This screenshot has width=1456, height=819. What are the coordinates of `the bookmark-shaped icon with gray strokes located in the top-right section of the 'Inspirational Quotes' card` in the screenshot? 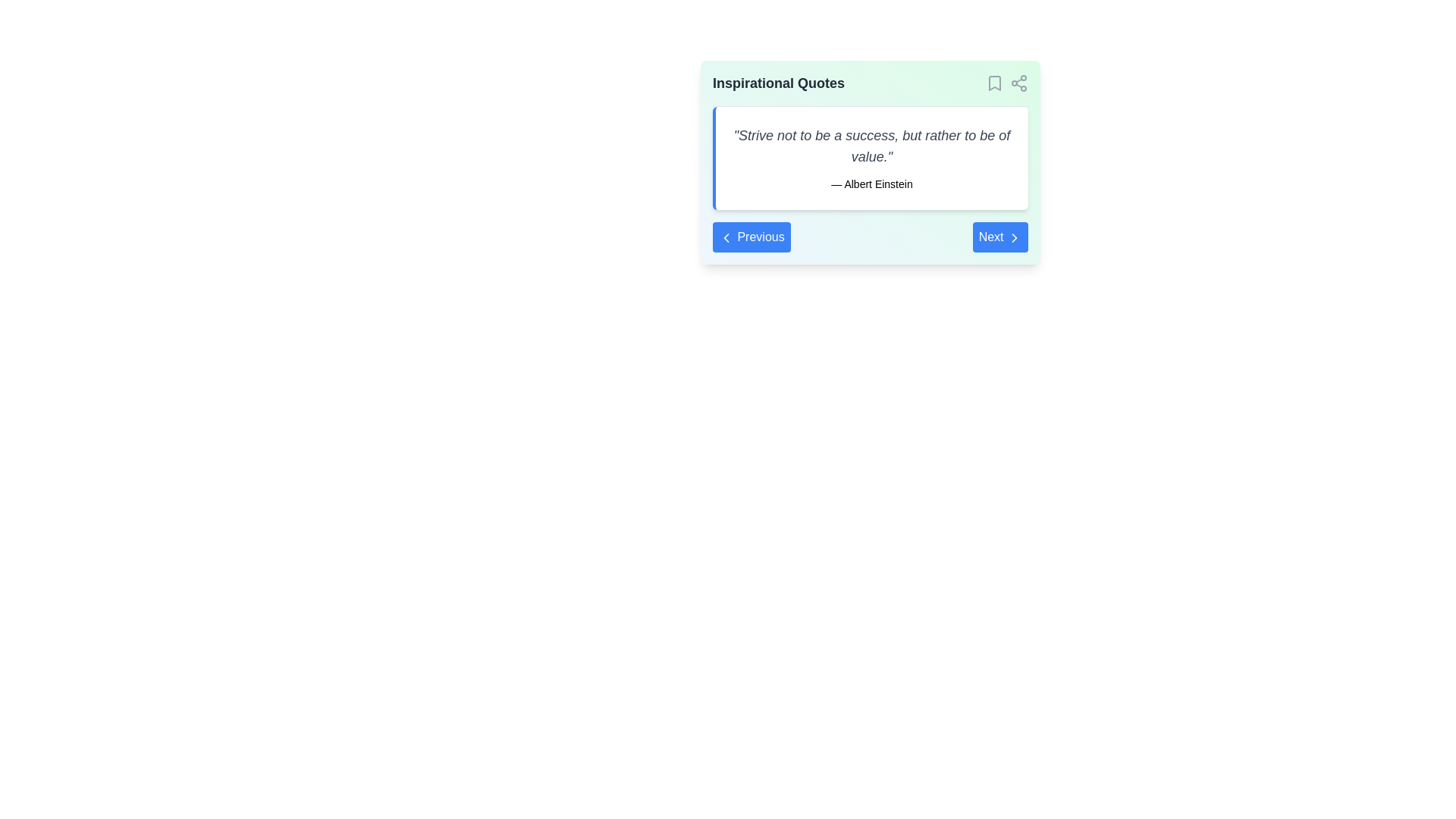 It's located at (994, 83).